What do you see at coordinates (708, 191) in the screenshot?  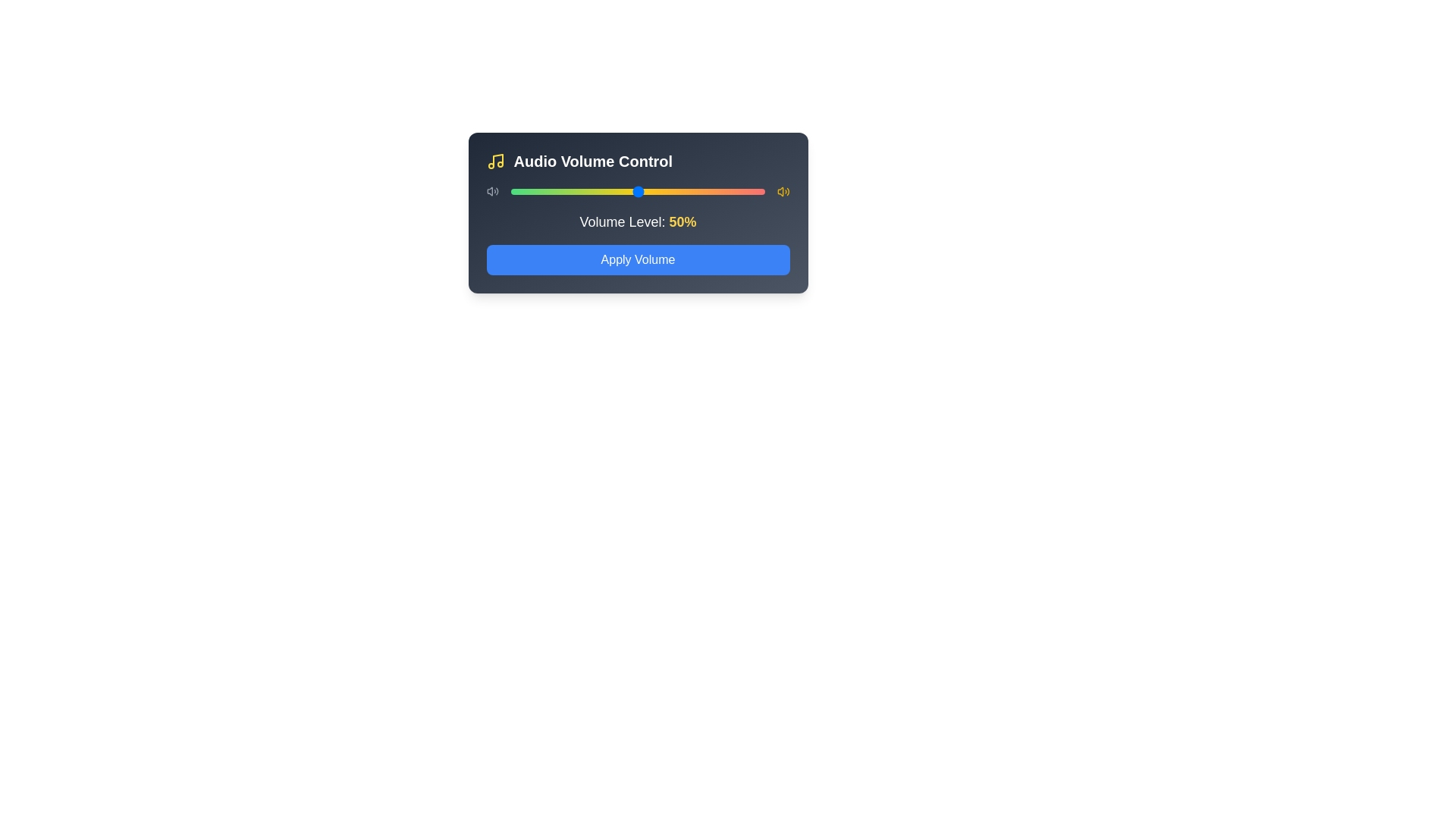 I see `the volume slider to set the volume to 78%` at bounding box center [708, 191].